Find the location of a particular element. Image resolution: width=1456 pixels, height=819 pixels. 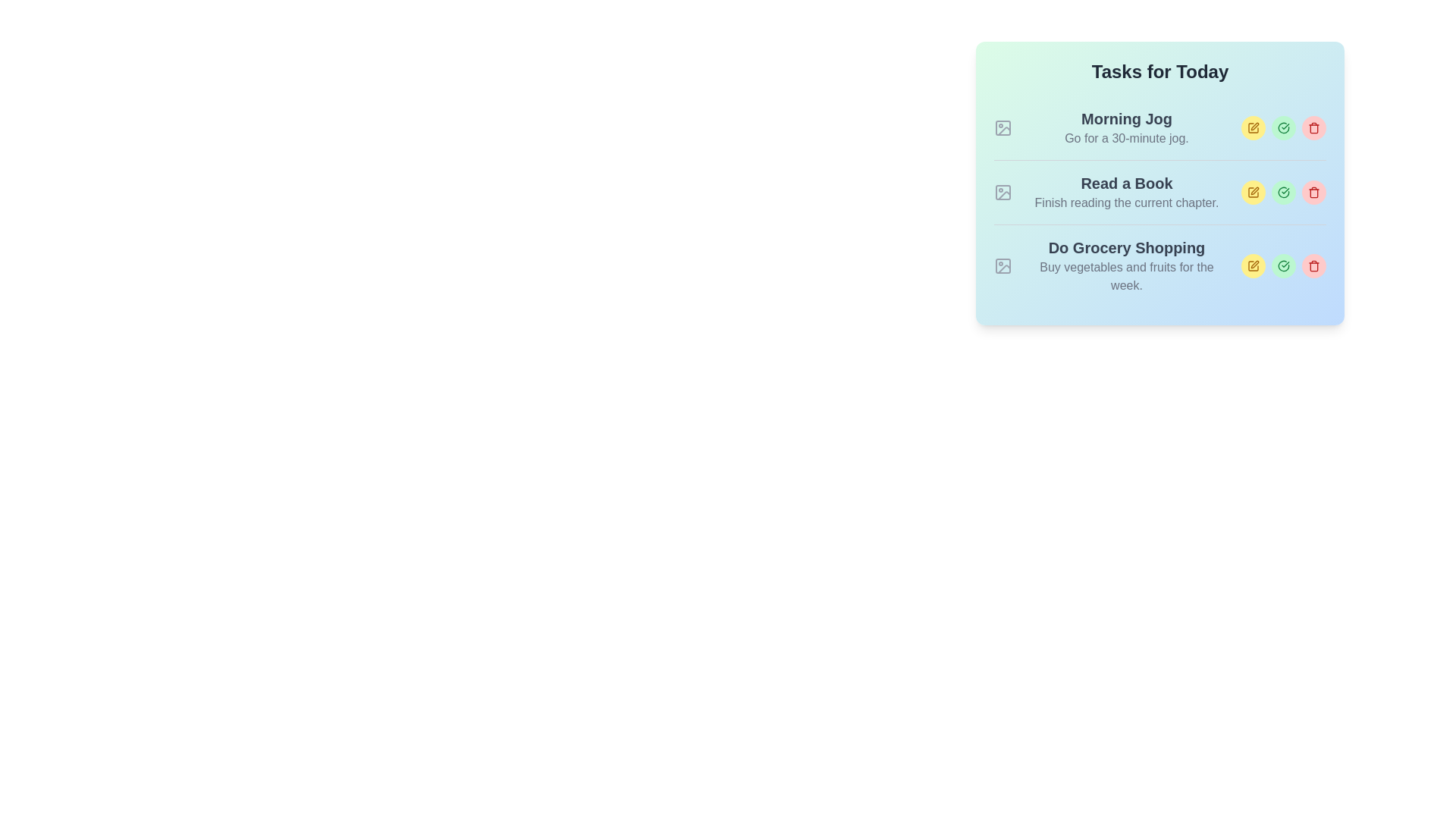

the small rectangular shape with rounded corners within the SVG icon for the 'Do Grocery Shopping' task is located at coordinates (1003, 265).